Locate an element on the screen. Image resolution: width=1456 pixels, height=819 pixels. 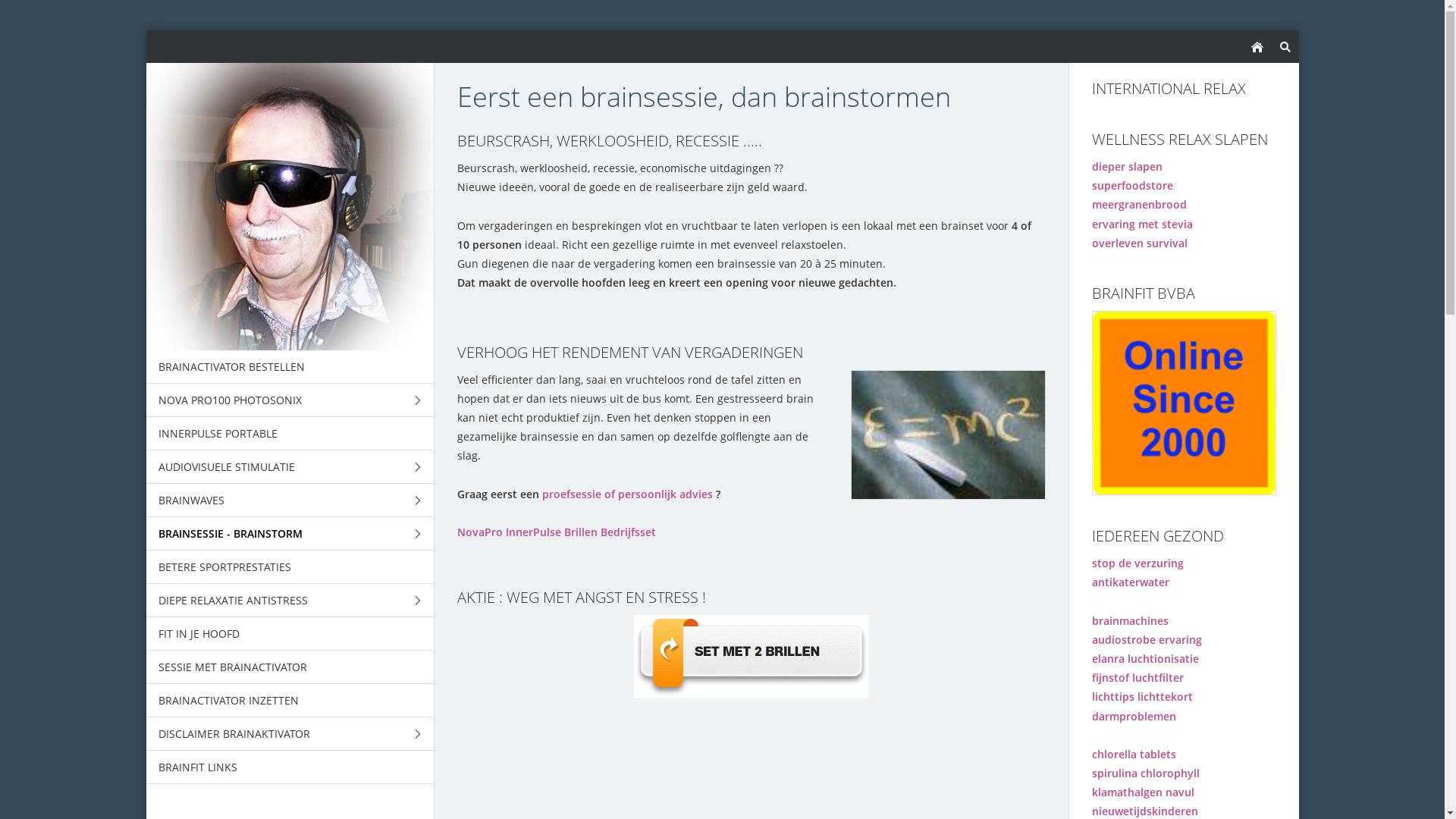
'nieuwetijdskinderen' is located at coordinates (1145, 810).